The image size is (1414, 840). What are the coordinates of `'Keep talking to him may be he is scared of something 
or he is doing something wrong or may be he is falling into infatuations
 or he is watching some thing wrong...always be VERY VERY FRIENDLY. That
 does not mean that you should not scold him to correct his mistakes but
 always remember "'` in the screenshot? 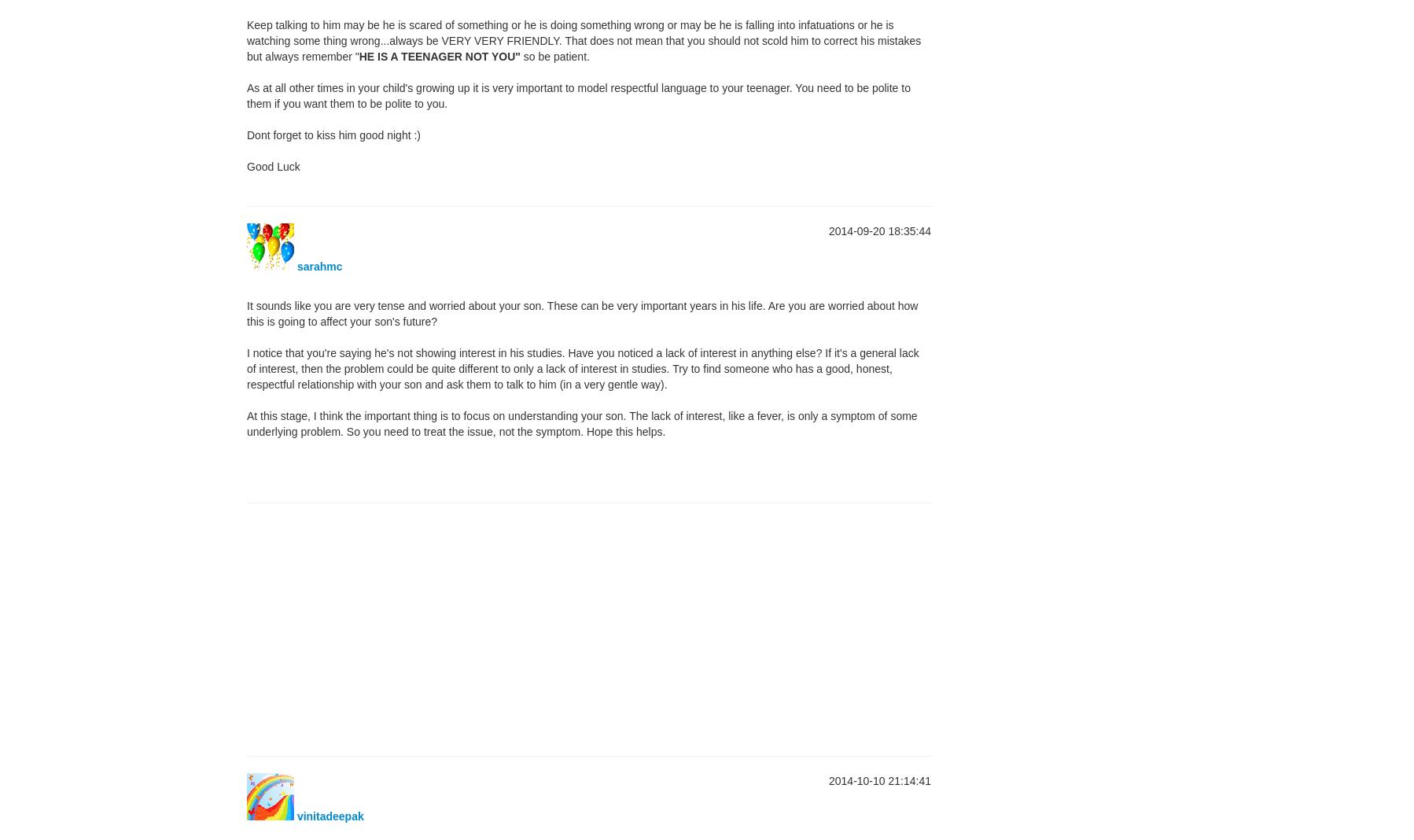 It's located at (583, 39).